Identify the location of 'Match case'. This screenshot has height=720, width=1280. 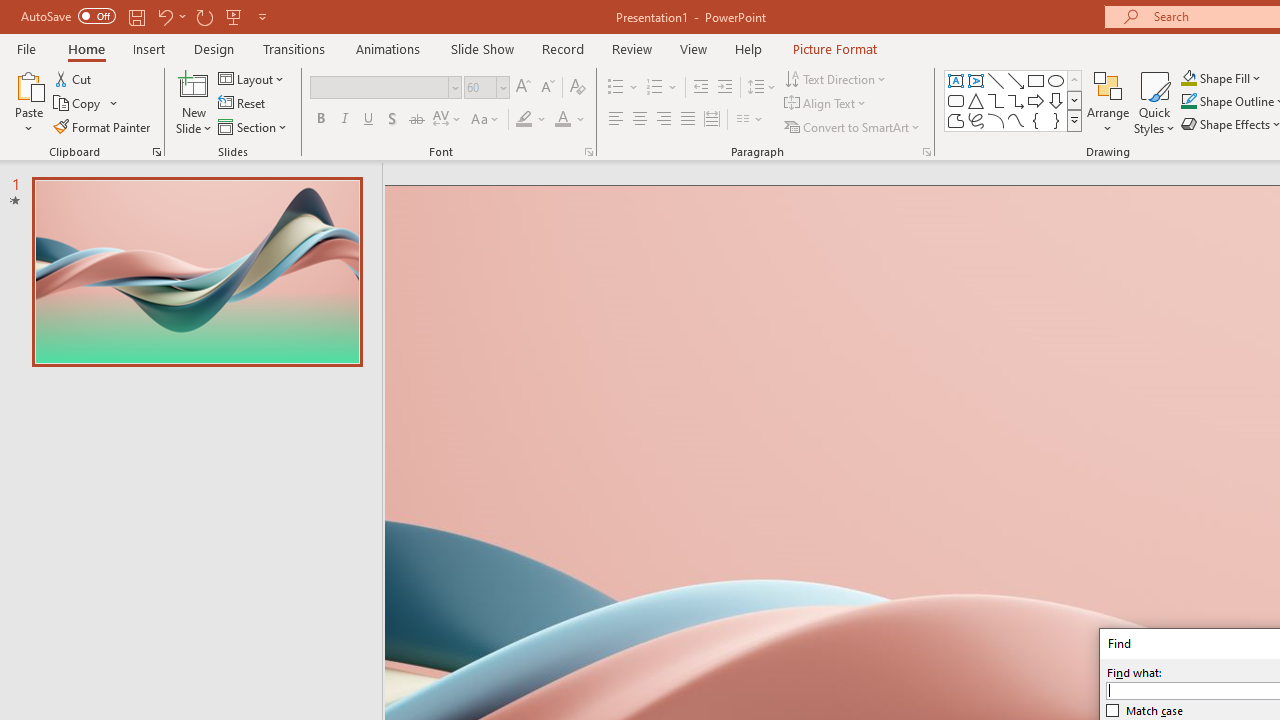
(1145, 710).